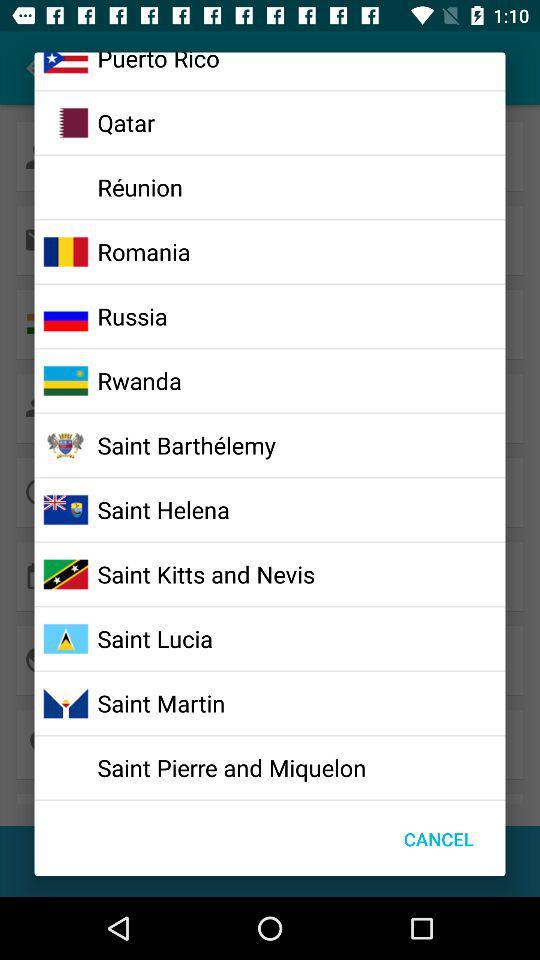 Image resolution: width=540 pixels, height=960 pixels. Describe the element at coordinates (160, 703) in the screenshot. I see `icon below the saint lucia` at that location.